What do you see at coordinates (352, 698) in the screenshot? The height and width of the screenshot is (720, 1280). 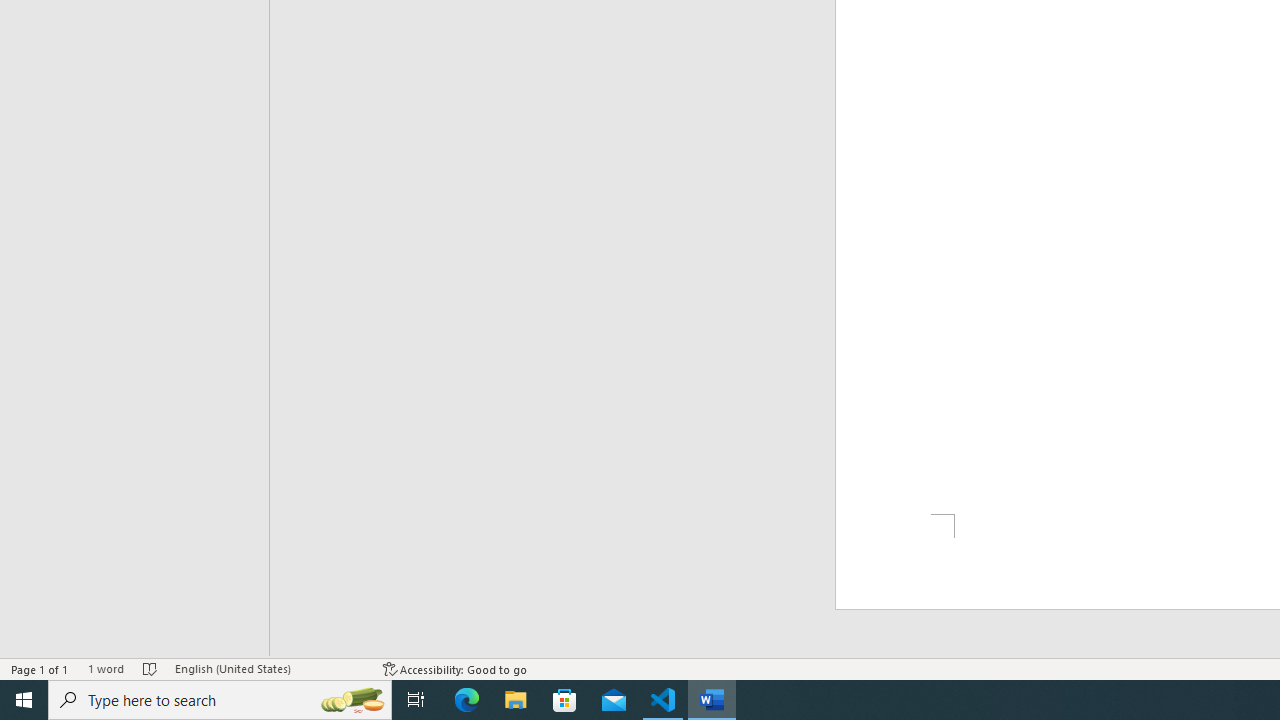 I see `'Search highlights icon opens search home window'` at bounding box center [352, 698].